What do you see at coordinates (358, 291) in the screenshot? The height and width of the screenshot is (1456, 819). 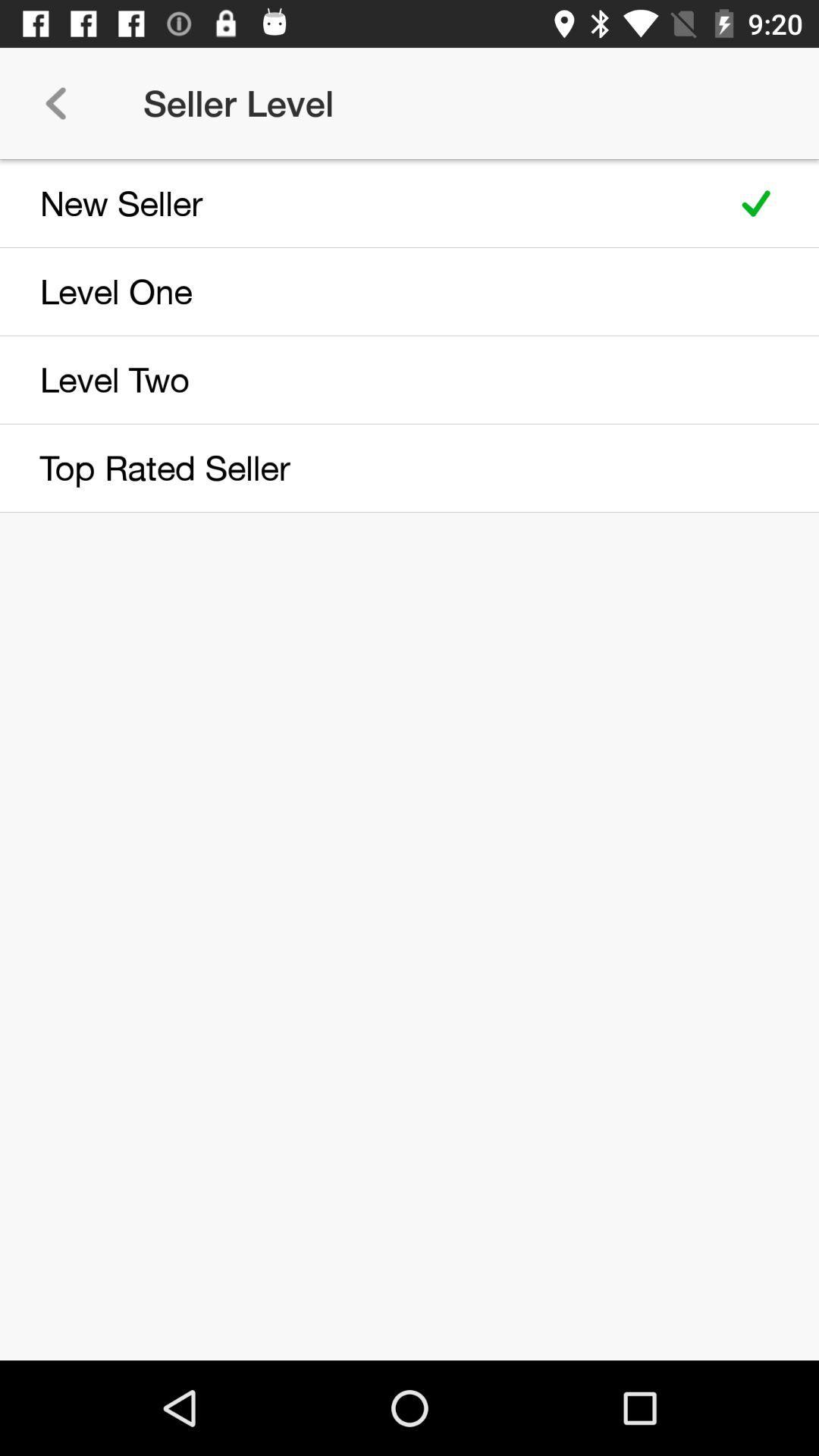 I see `the level one item` at bounding box center [358, 291].